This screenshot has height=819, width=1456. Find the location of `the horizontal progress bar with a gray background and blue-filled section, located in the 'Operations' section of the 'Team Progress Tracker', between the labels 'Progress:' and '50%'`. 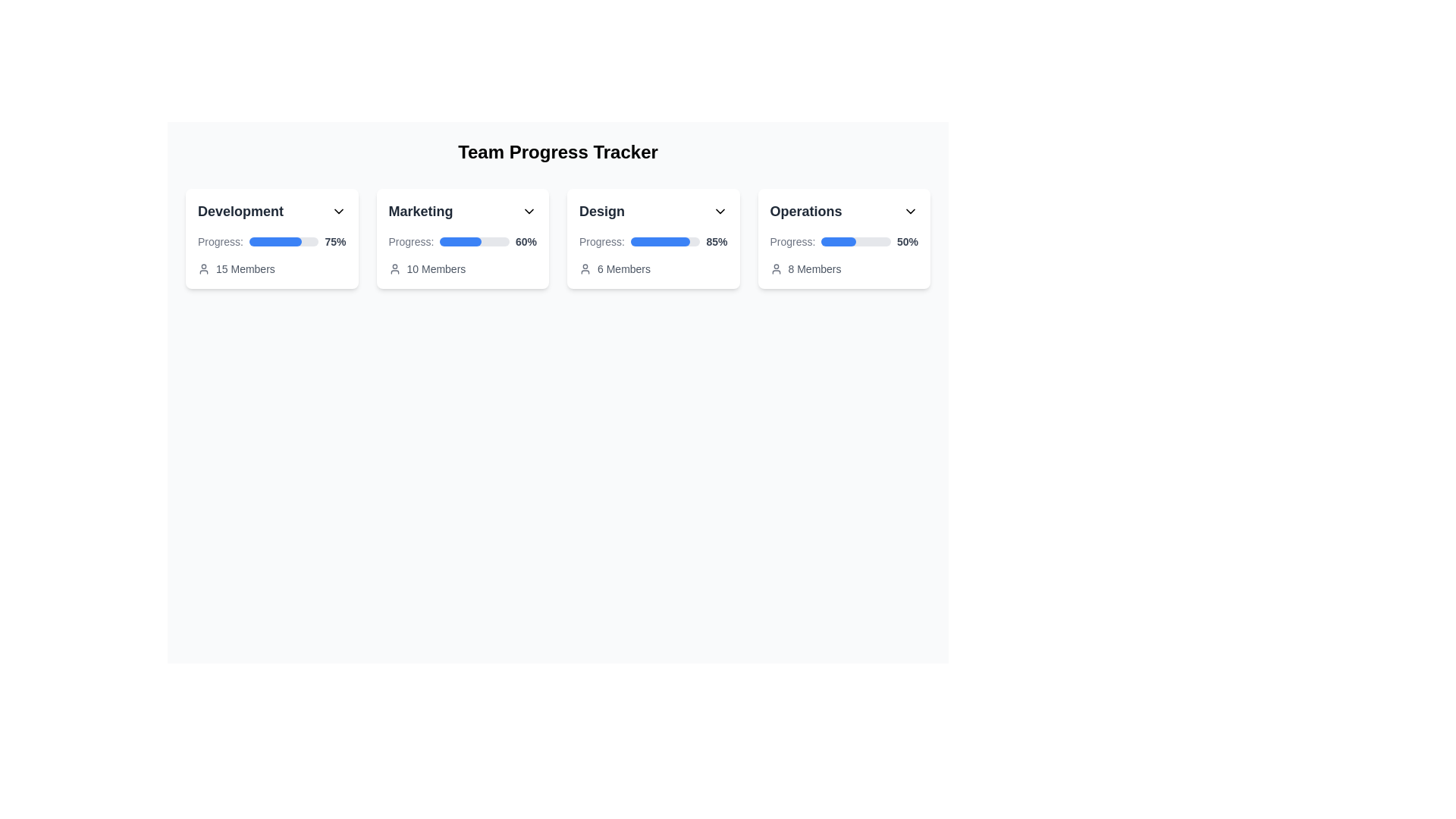

the horizontal progress bar with a gray background and blue-filled section, located in the 'Operations' section of the 'Team Progress Tracker', between the labels 'Progress:' and '50%' is located at coordinates (856, 241).